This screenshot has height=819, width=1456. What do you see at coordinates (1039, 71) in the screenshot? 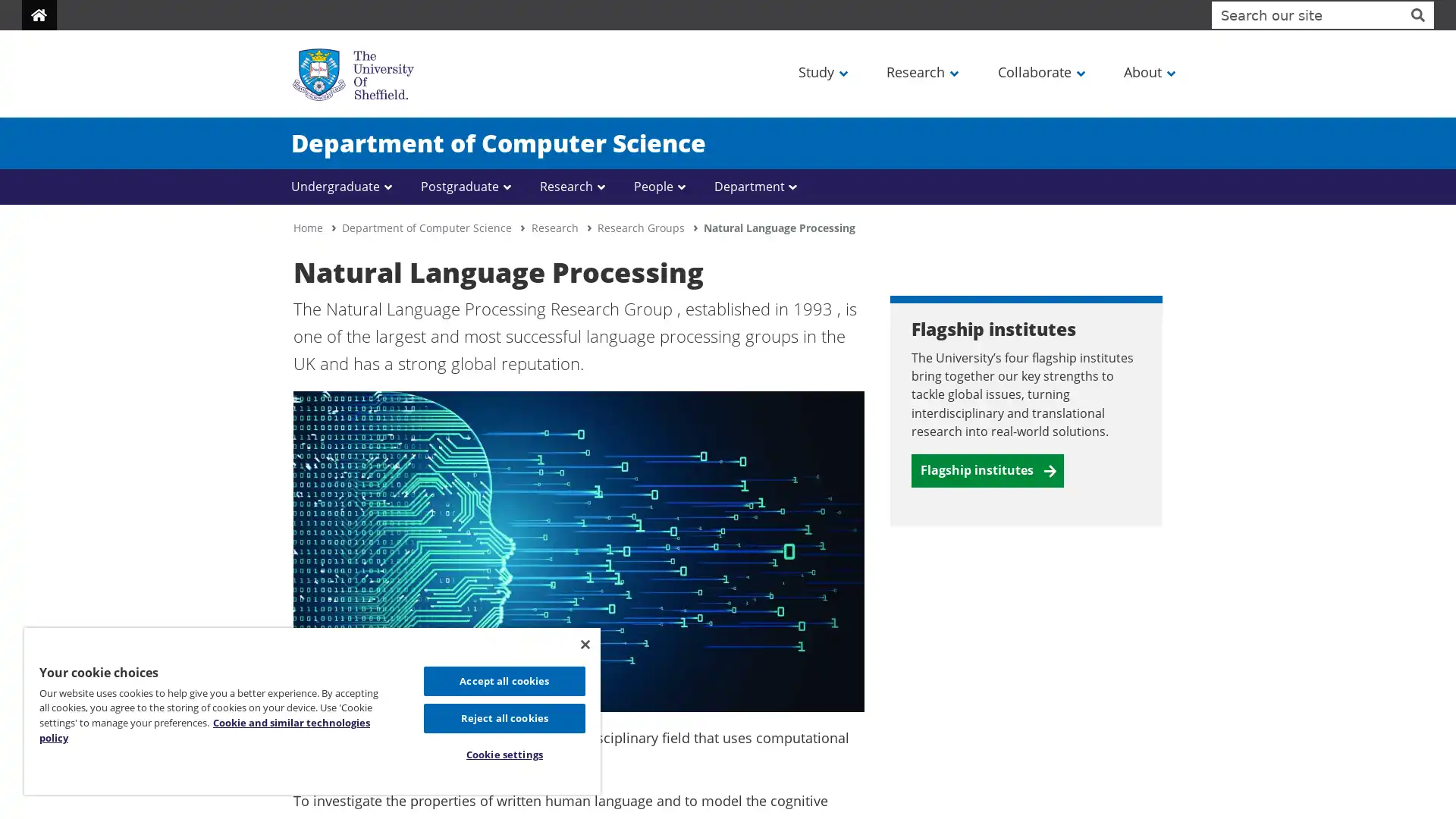
I see `Collaborate` at bounding box center [1039, 71].